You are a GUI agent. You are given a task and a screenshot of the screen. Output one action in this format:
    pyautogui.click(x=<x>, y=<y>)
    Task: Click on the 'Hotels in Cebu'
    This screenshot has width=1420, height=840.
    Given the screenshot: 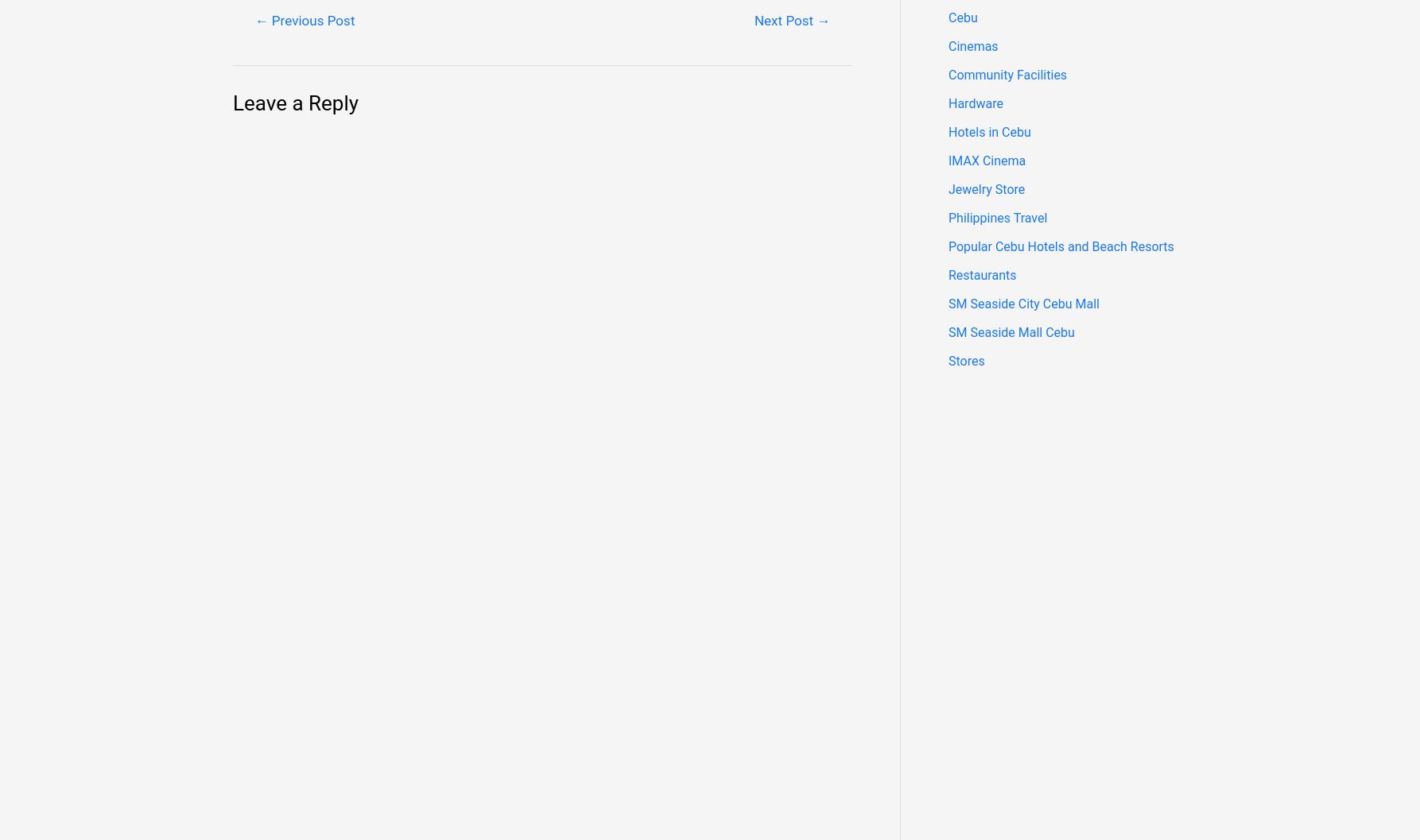 What is the action you would take?
    pyautogui.click(x=989, y=132)
    